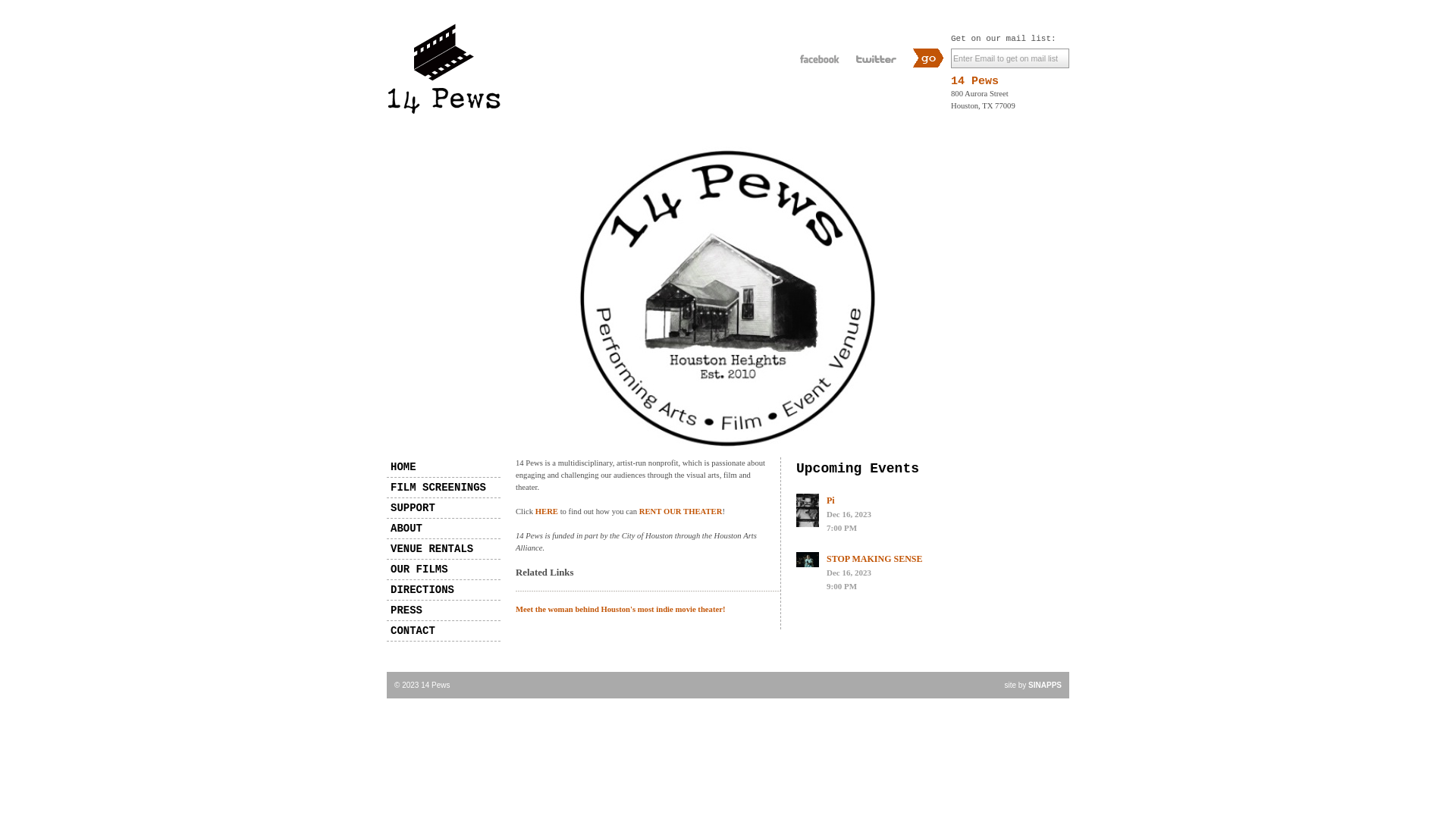 This screenshot has width=1456, height=819. Describe the element at coordinates (545, 511) in the screenshot. I see `'HERE'` at that location.